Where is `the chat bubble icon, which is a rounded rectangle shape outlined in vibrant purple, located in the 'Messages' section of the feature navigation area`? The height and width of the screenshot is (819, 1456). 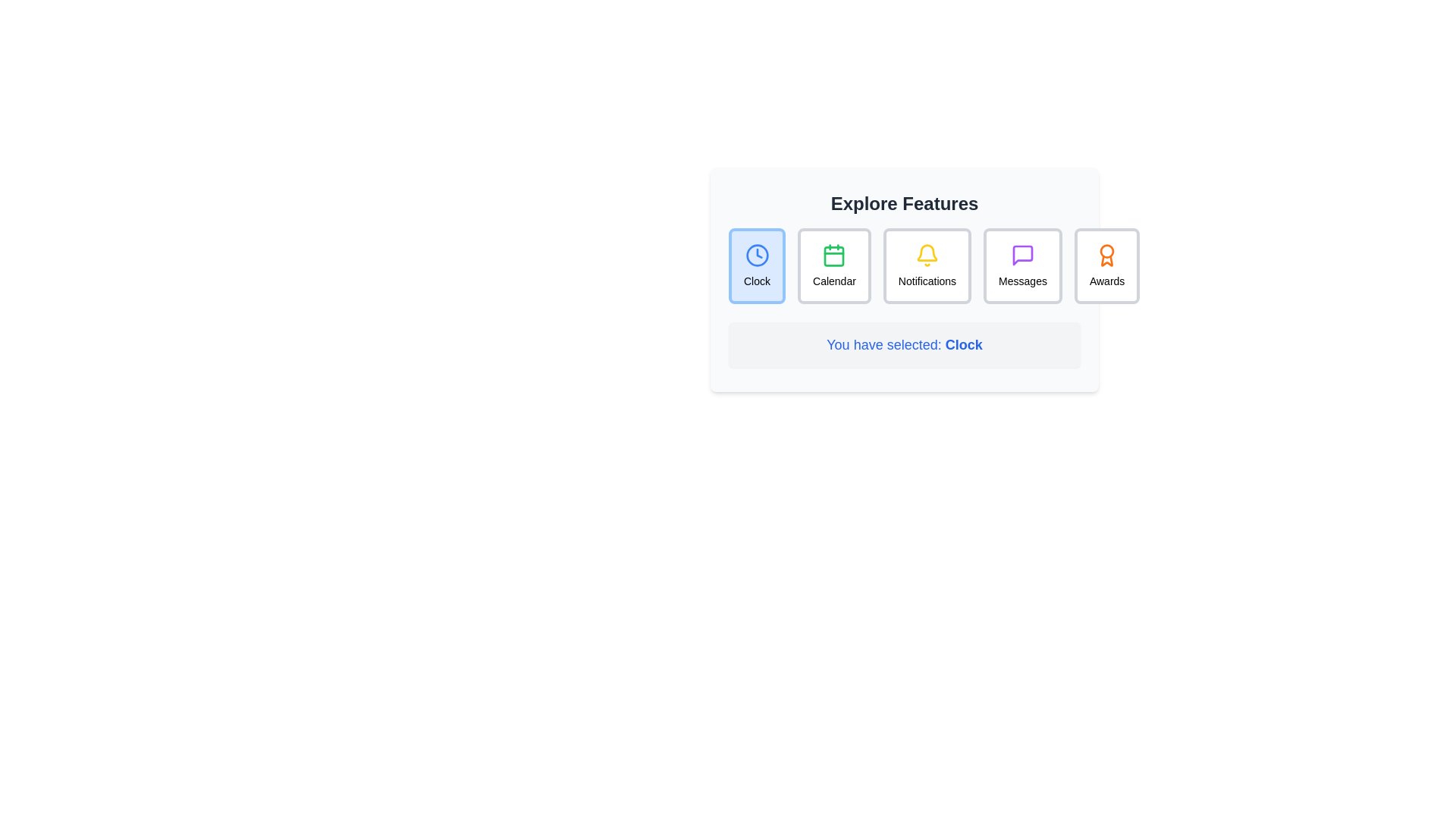
the chat bubble icon, which is a rounded rectangle shape outlined in vibrant purple, located in the 'Messages' section of the feature navigation area is located at coordinates (1022, 254).